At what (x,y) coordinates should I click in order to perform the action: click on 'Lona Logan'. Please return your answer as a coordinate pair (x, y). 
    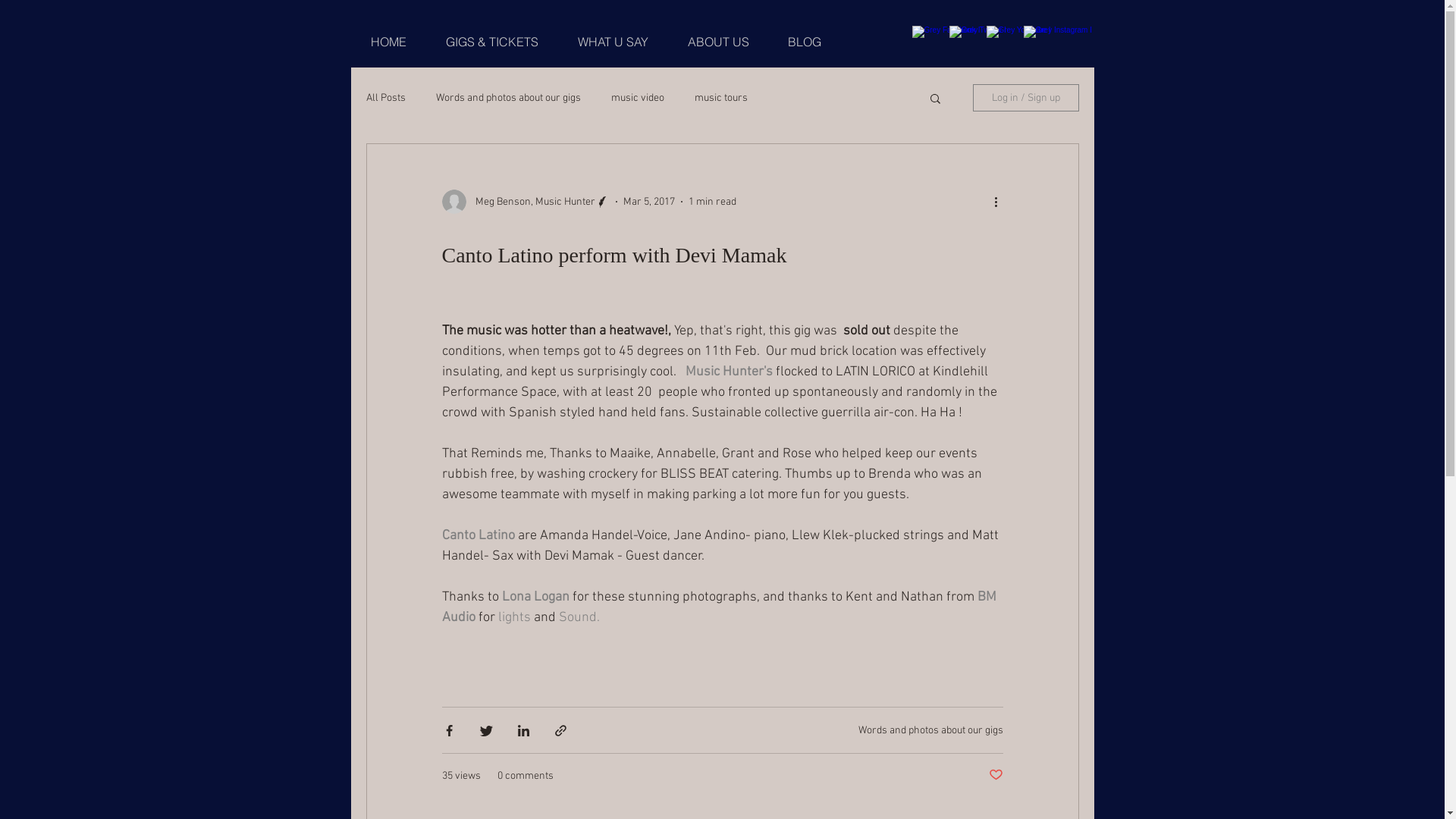
    Looking at the image, I should click on (535, 596).